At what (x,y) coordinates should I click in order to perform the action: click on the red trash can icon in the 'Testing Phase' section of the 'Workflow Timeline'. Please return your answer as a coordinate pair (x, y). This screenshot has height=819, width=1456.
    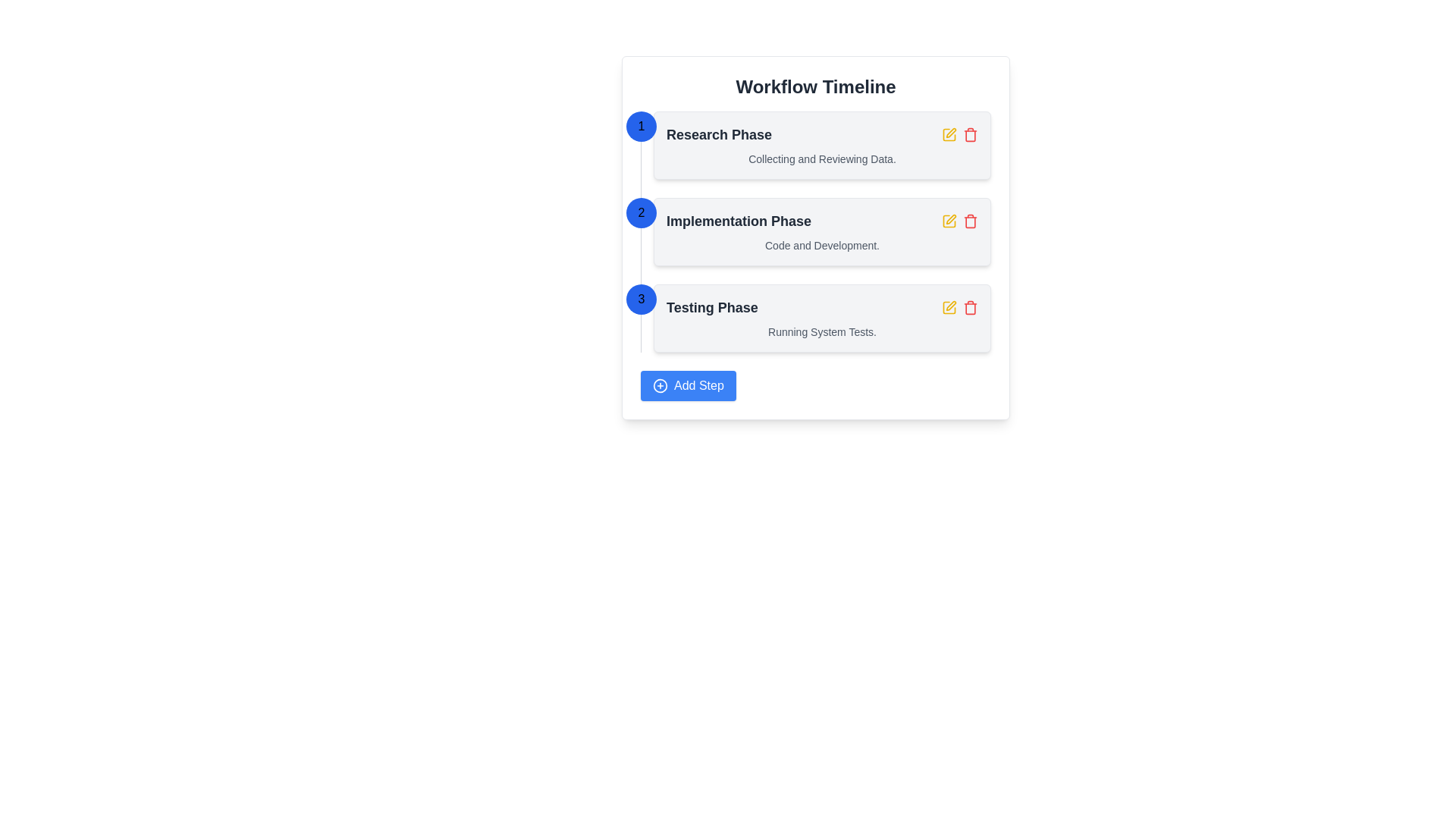
    Looking at the image, I should click on (971, 307).